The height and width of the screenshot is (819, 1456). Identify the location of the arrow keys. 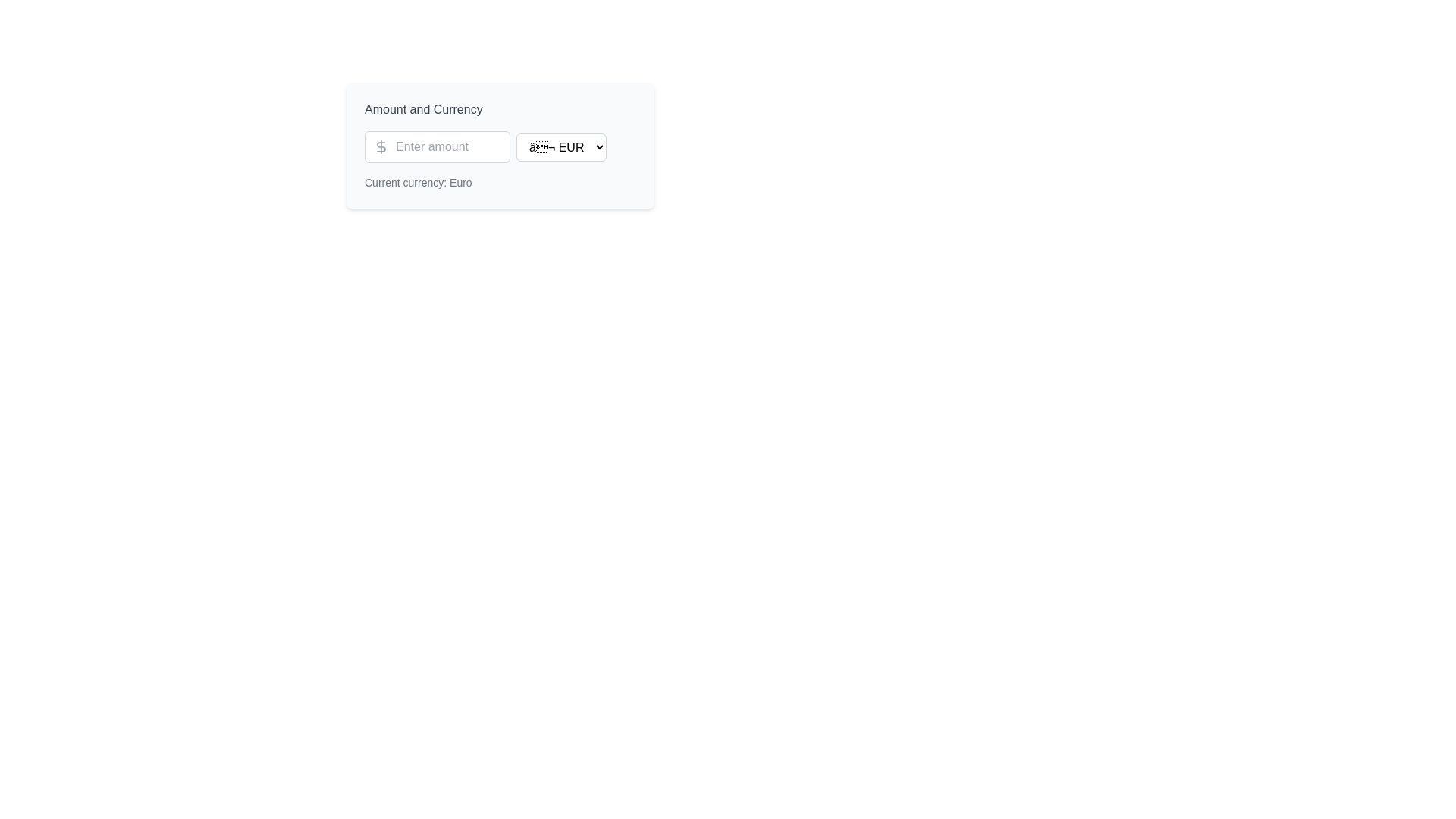
(436, 146).